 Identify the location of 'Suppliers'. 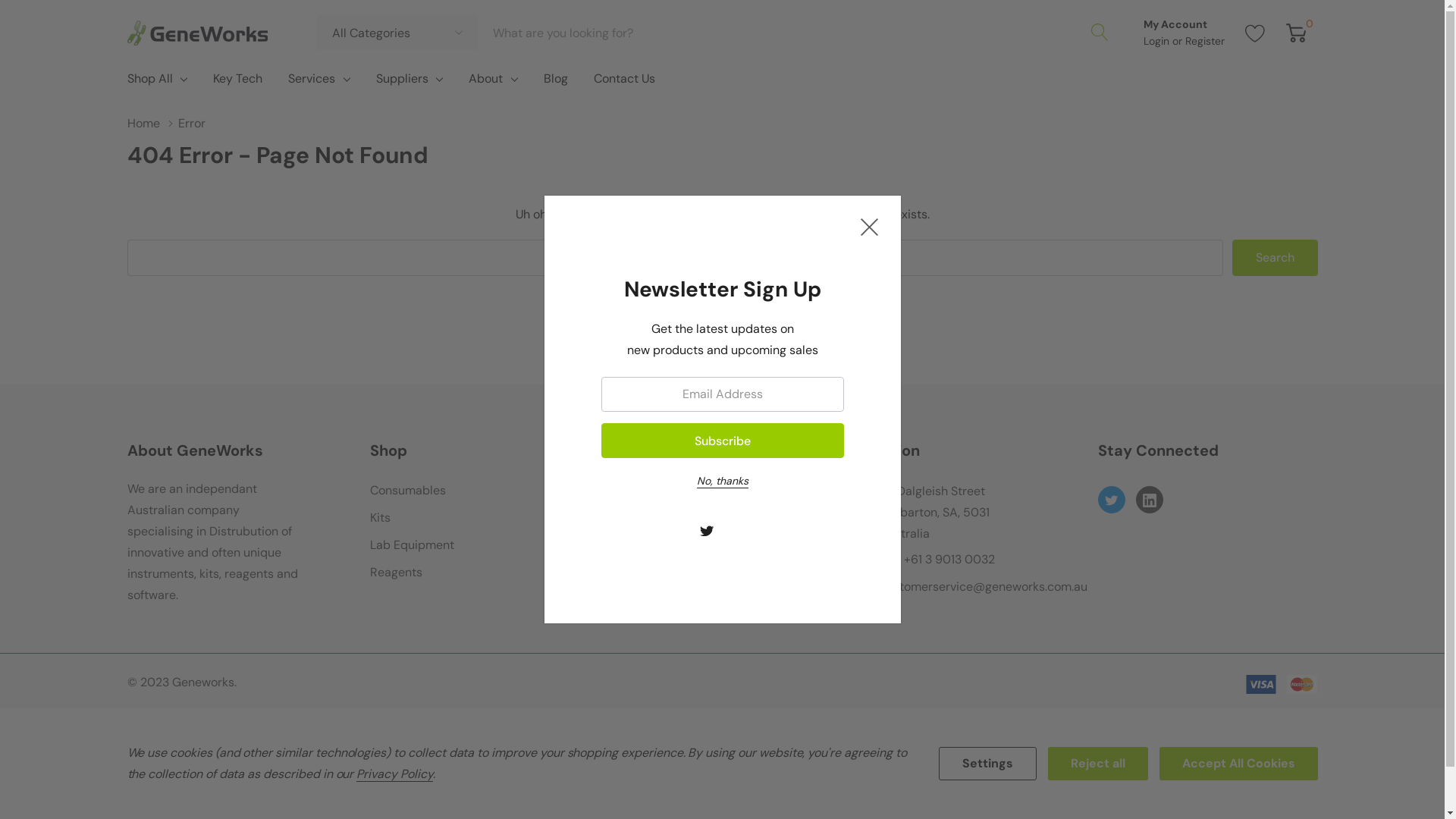
(375, 79).